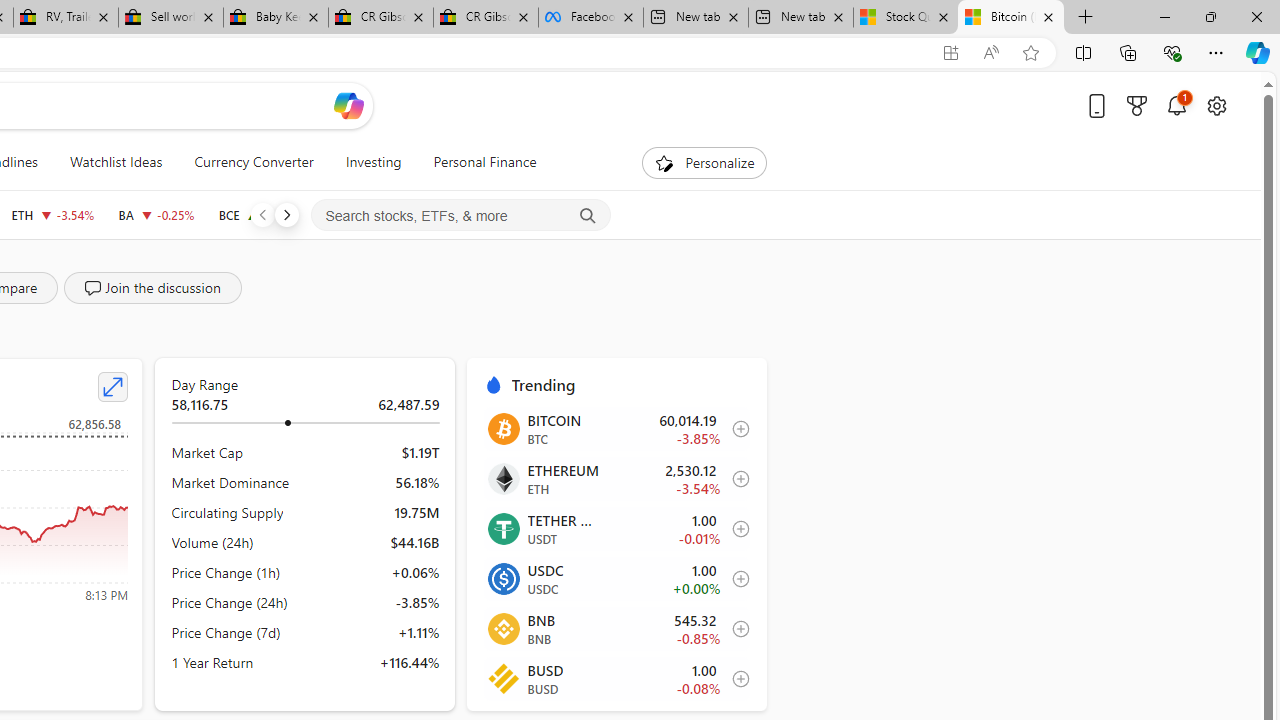 The height and width of the screenshot is (720, 1280). Describe the element at coordinates (1176, 105) in the screenshot. I see `'Notifications'` at that location.